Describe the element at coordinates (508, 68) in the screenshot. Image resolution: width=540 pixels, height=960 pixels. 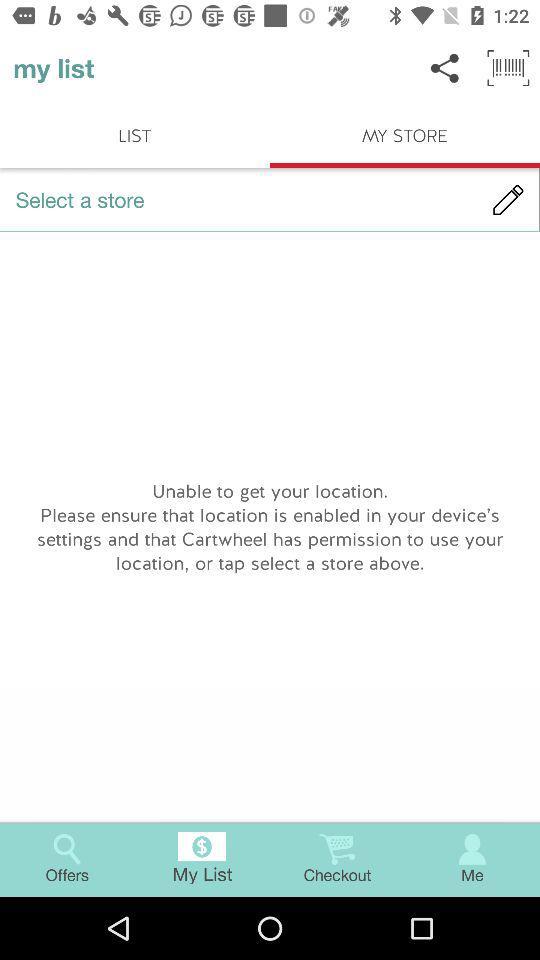
I see `item above select a store icon` at that location.